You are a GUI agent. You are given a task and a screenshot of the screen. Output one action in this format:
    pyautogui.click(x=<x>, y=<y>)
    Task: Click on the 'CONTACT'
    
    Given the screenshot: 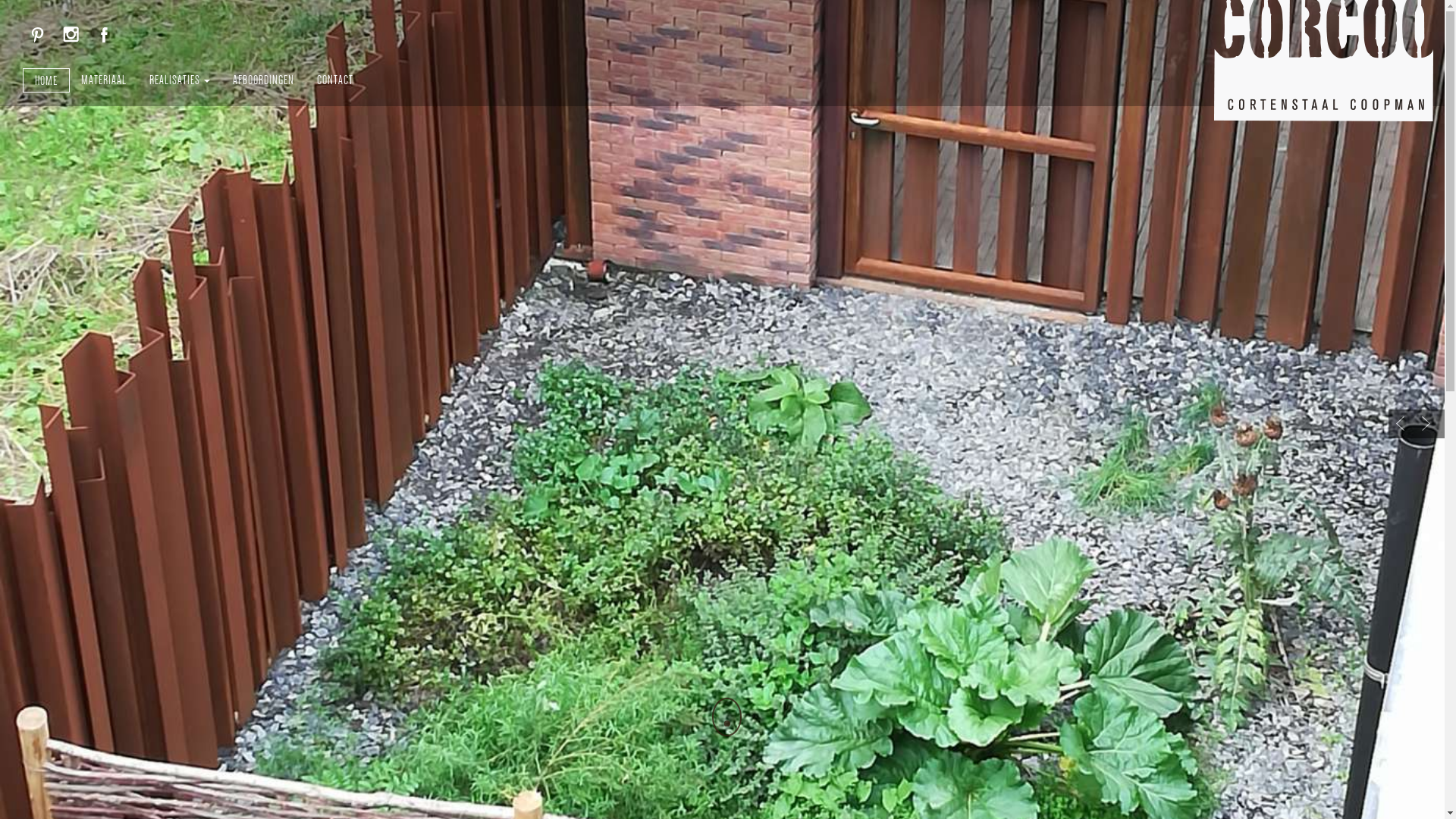 What is the action you would take?
    pyautogui.click(x=334, y=79)
    